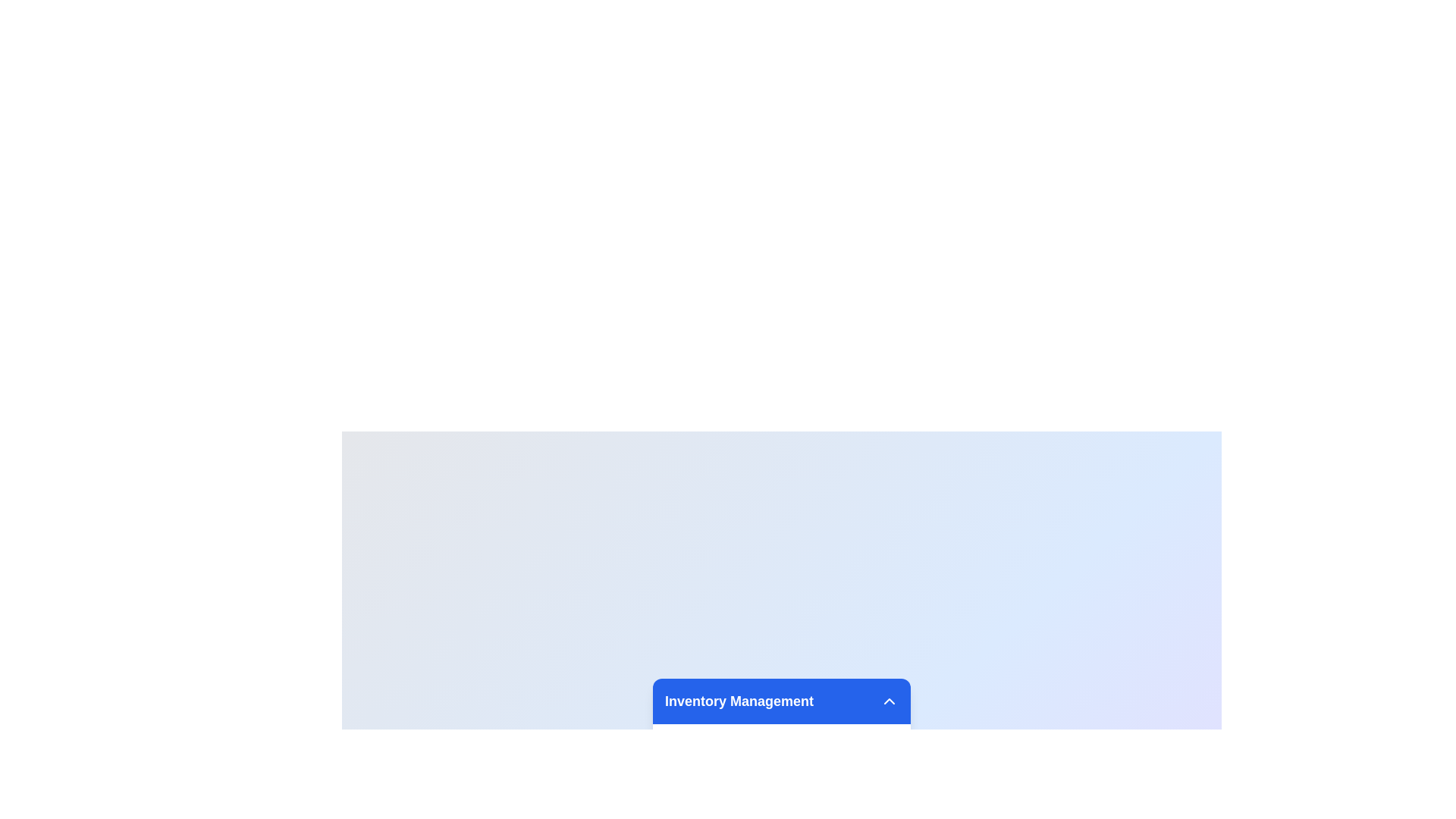 This screenshot has width=1456, height=819. What do you see at coordinates (889, 701) in the screenshot?
I see `the toggle icon, a downward-pointing chevron styled in white on a blue background, located at the top-right corner of the blue bar for keyboard navigation` at bounding box center [889, 701].